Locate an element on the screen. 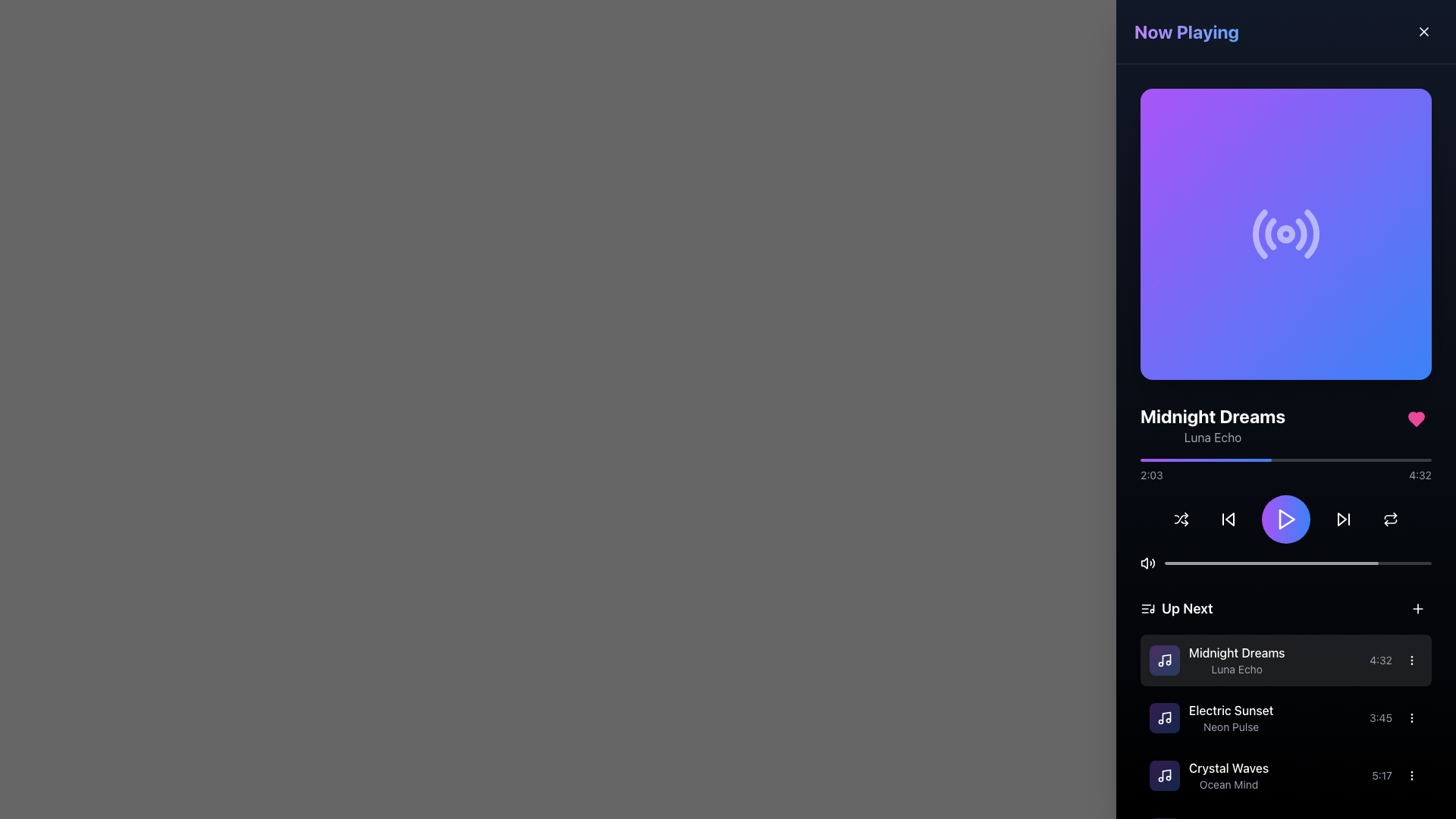  the text element displaying the time duration '5:17', located in the bottom section of the 'Now Playing' panel, under the 'Up Next' heading, to the right of the song title 'Crystal Waves' is located at coordinates (1396, 775).